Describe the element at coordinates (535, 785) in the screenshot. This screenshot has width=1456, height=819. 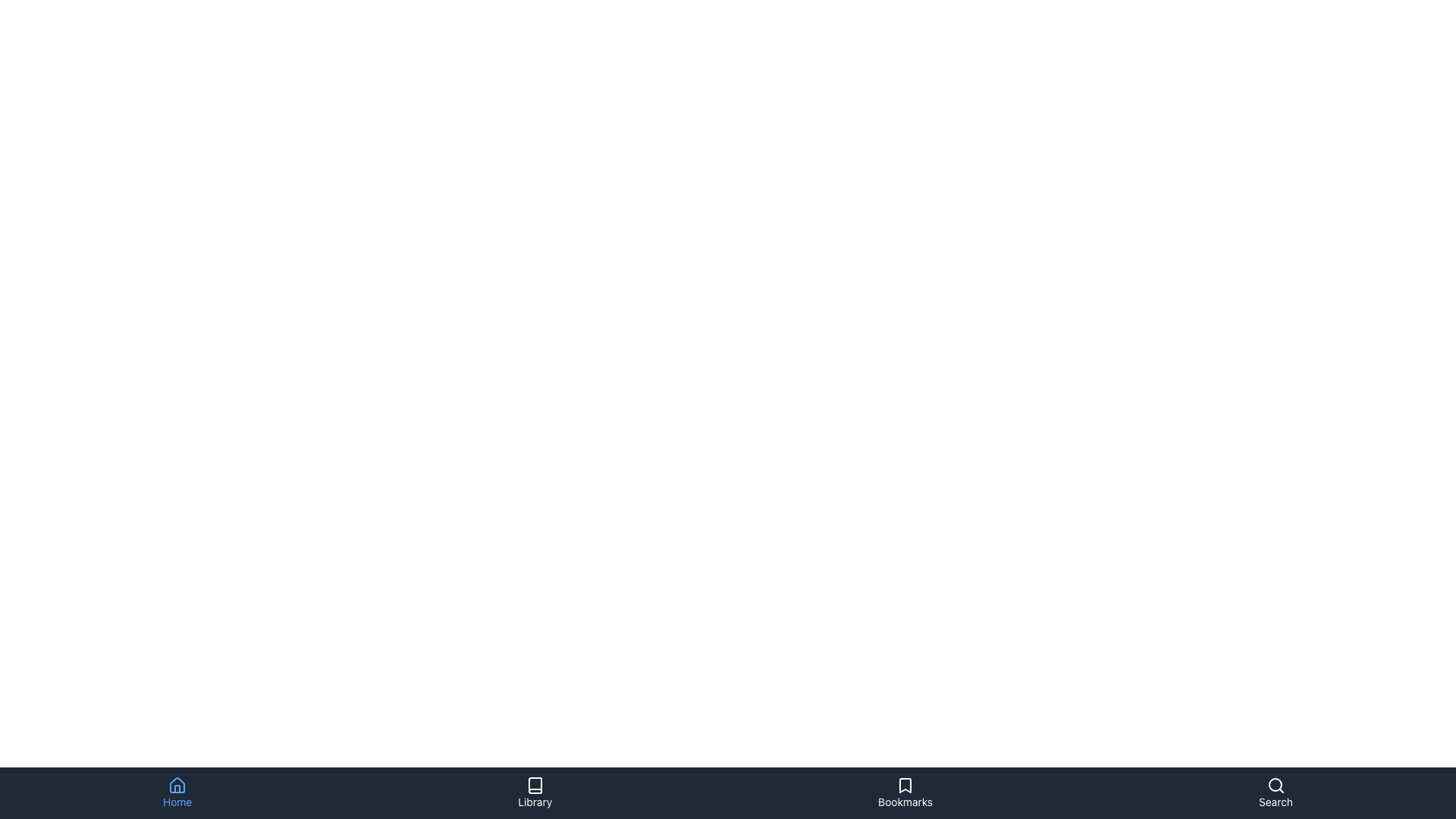
I see `the book icon, which is a line drawing with a rectangular body and rounded corners, located in the middle of the bottom bar of the interface above the 'Library' label` at that location.